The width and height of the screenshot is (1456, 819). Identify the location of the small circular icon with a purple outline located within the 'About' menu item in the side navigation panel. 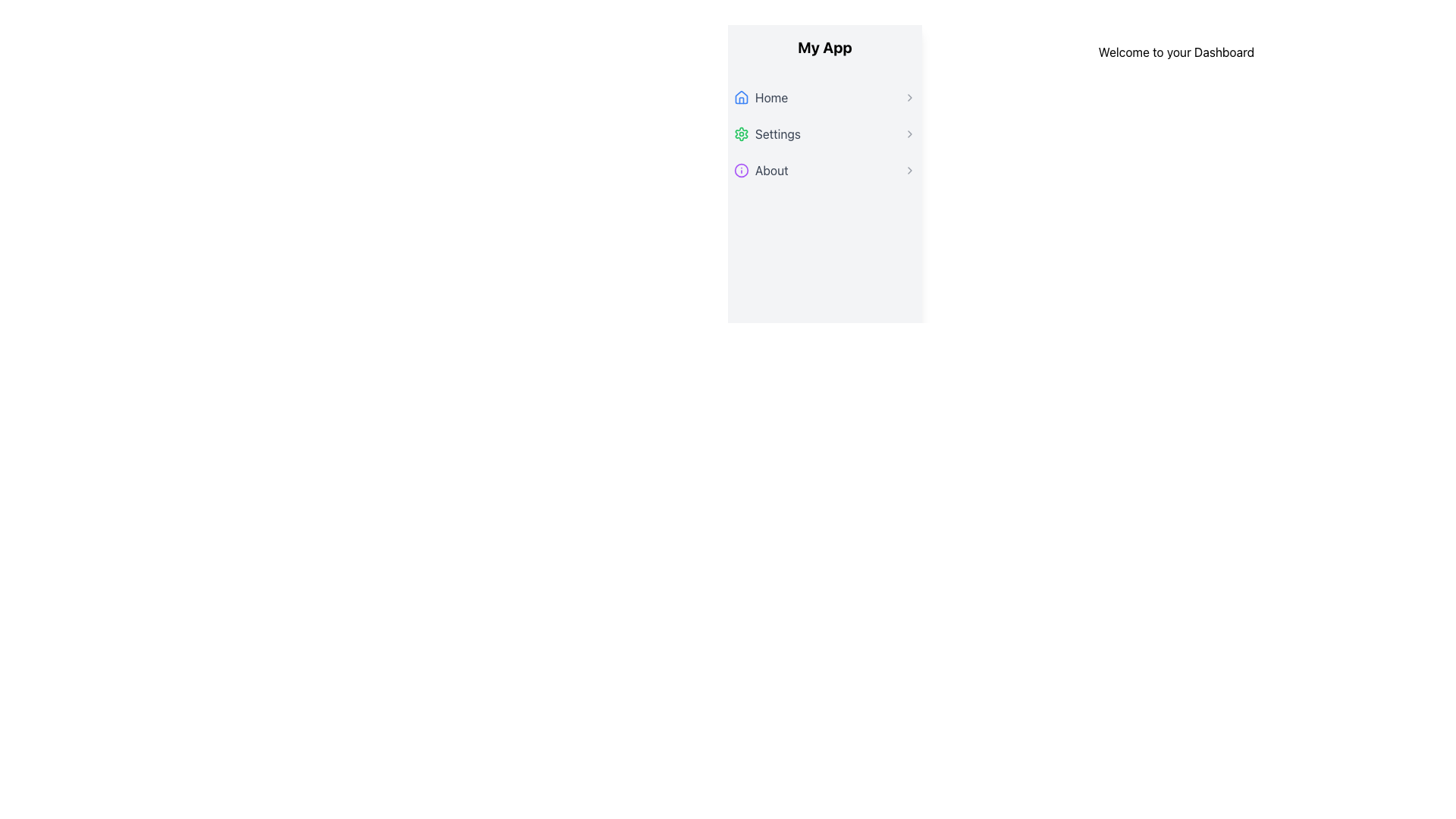
(742, 170).